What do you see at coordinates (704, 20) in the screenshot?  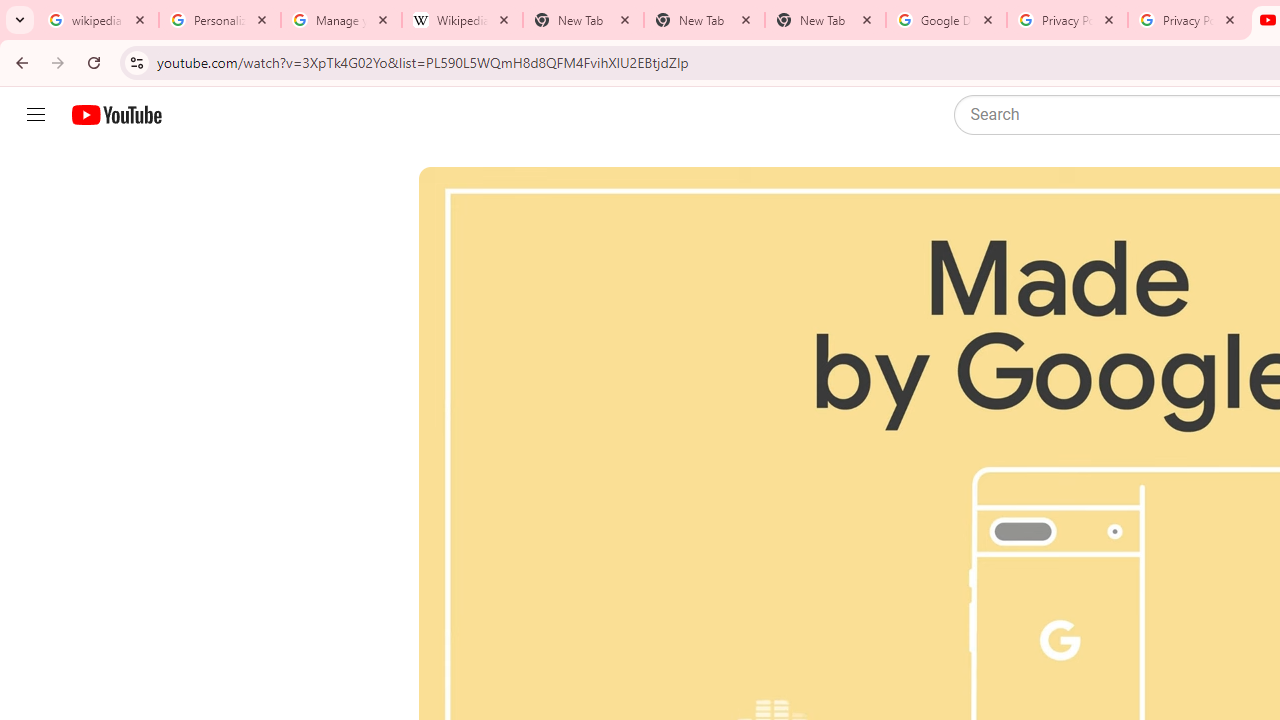 I see `'New Tab'` at bounding box center [704, 20].